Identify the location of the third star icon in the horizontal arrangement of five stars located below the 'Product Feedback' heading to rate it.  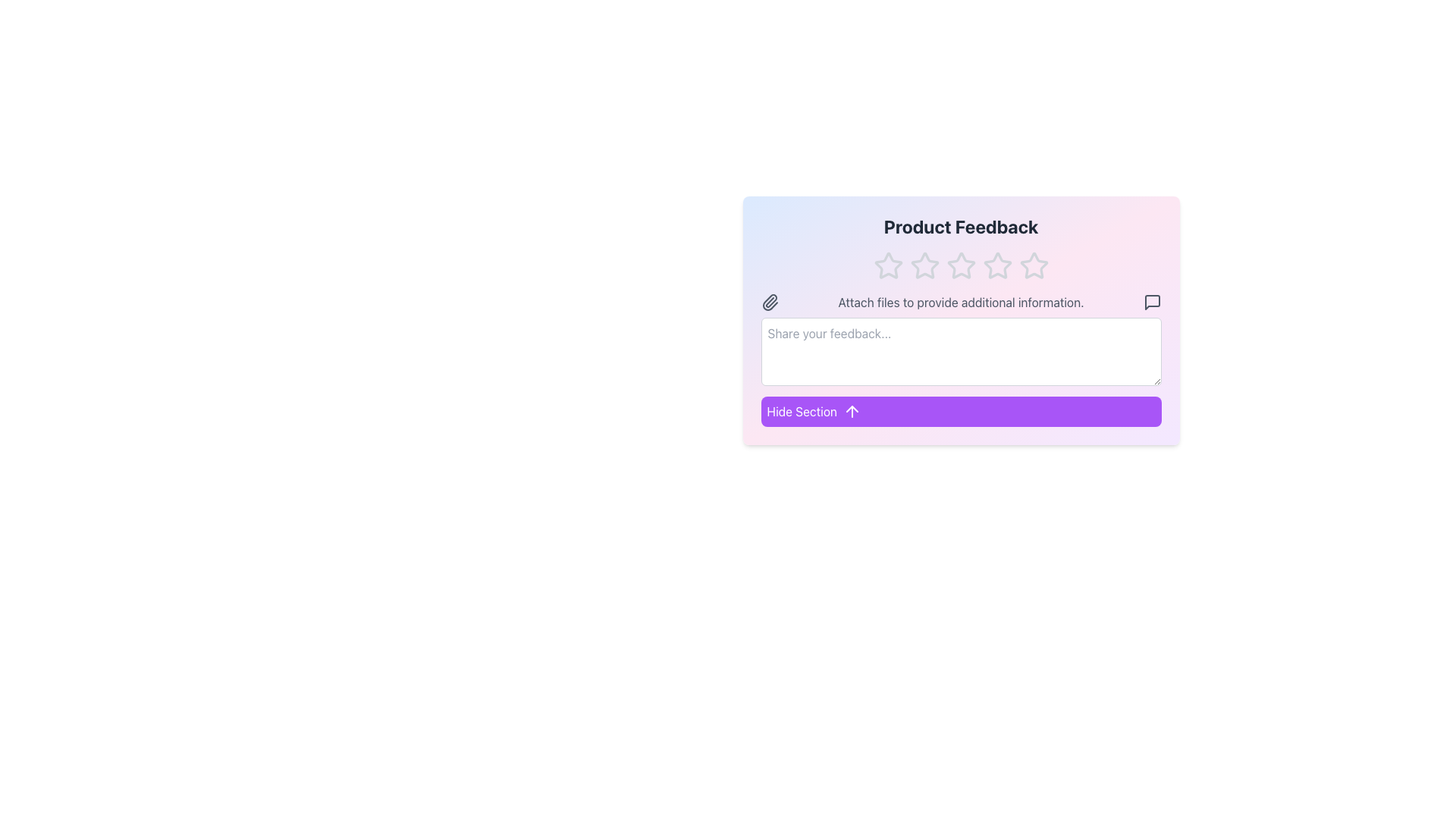
(960, 265).